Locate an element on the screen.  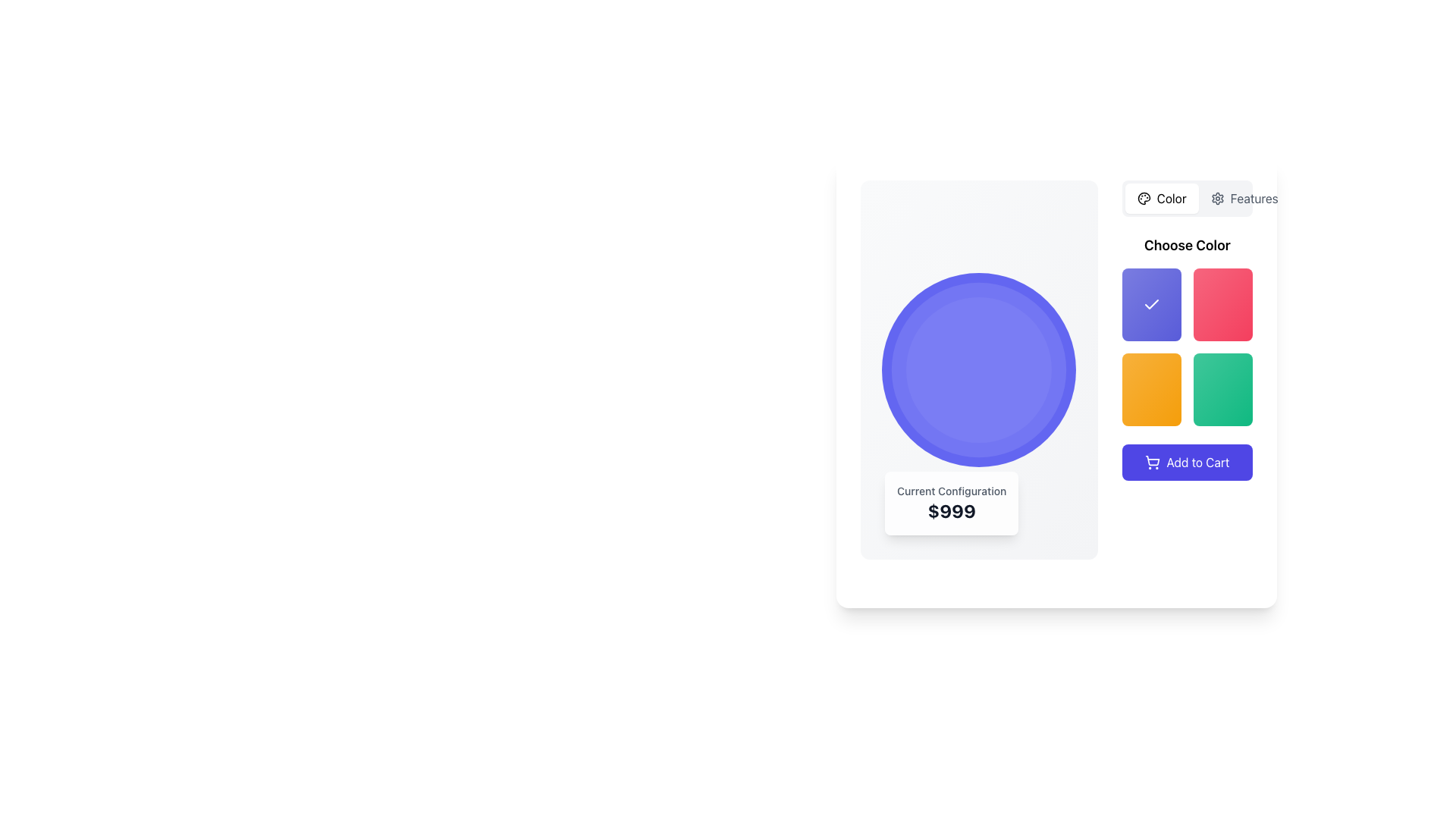
text content of the title label located on the white rounded configuration card at the bottom-left area of the main interface, positioned above the '$999' text element is located at coordinates (951, 491).